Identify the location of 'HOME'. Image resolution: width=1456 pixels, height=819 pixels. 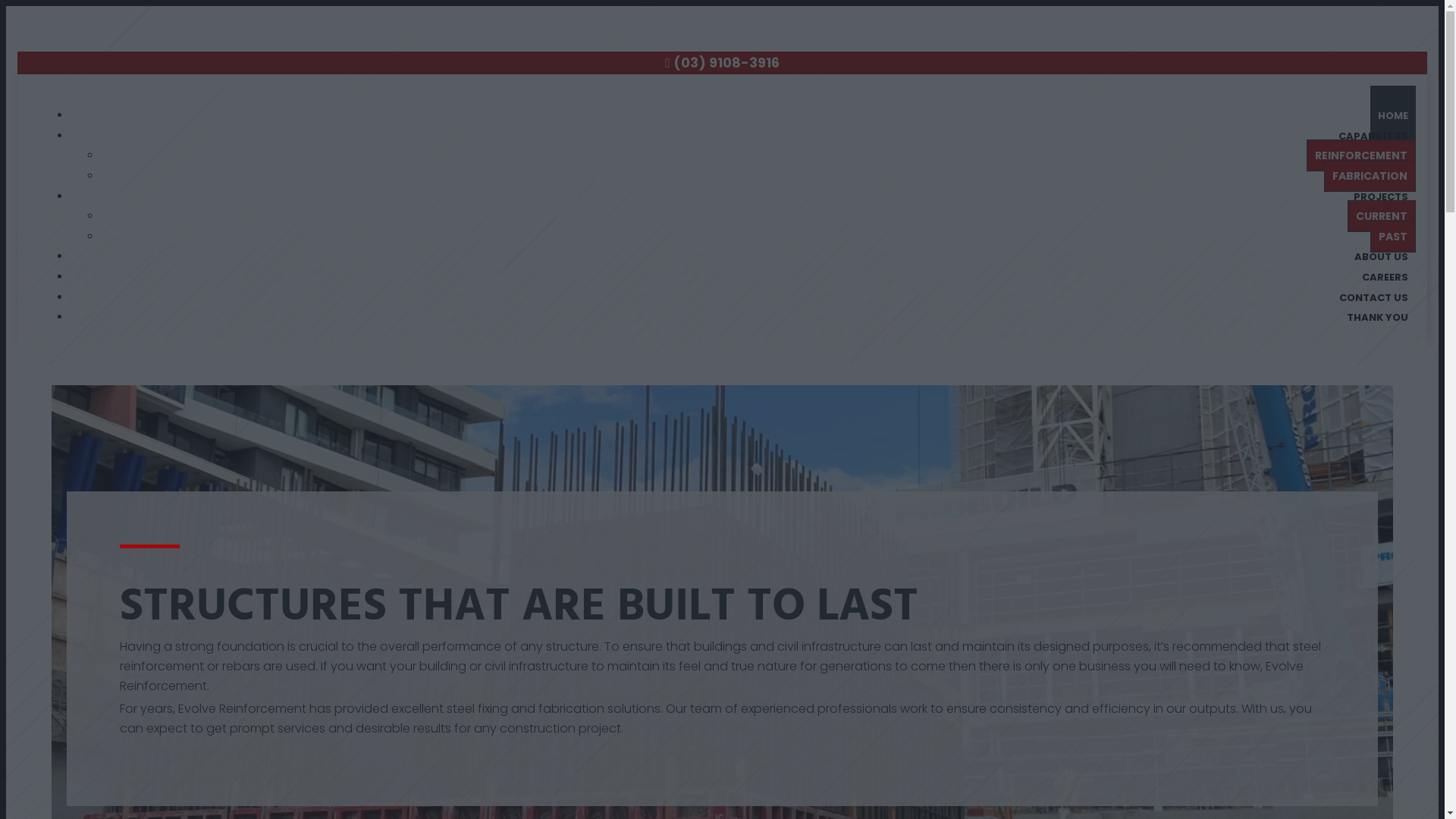
(1393, 115).